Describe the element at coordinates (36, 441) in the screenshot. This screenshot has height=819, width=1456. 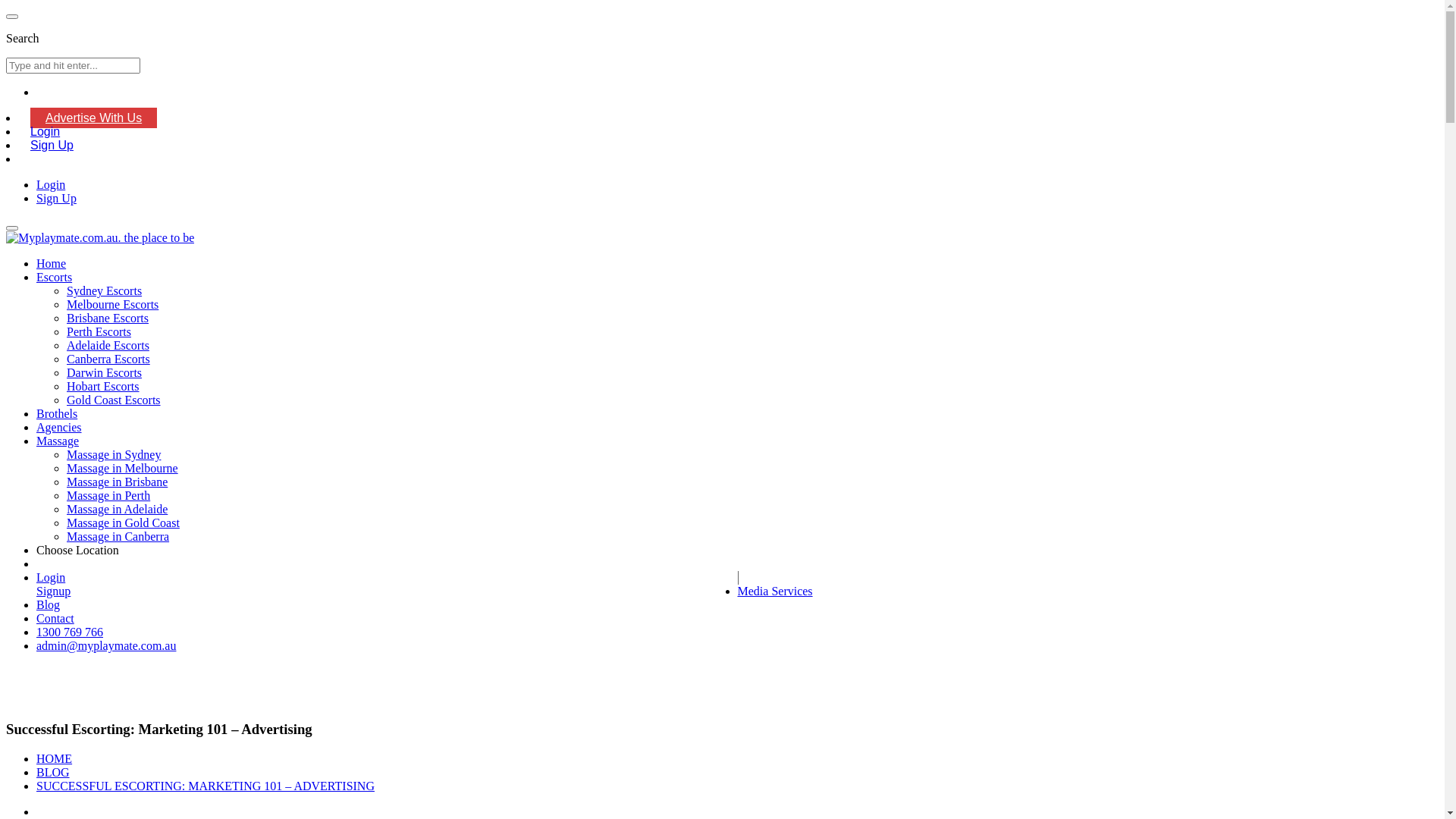
I see `'Massage'` at that location.